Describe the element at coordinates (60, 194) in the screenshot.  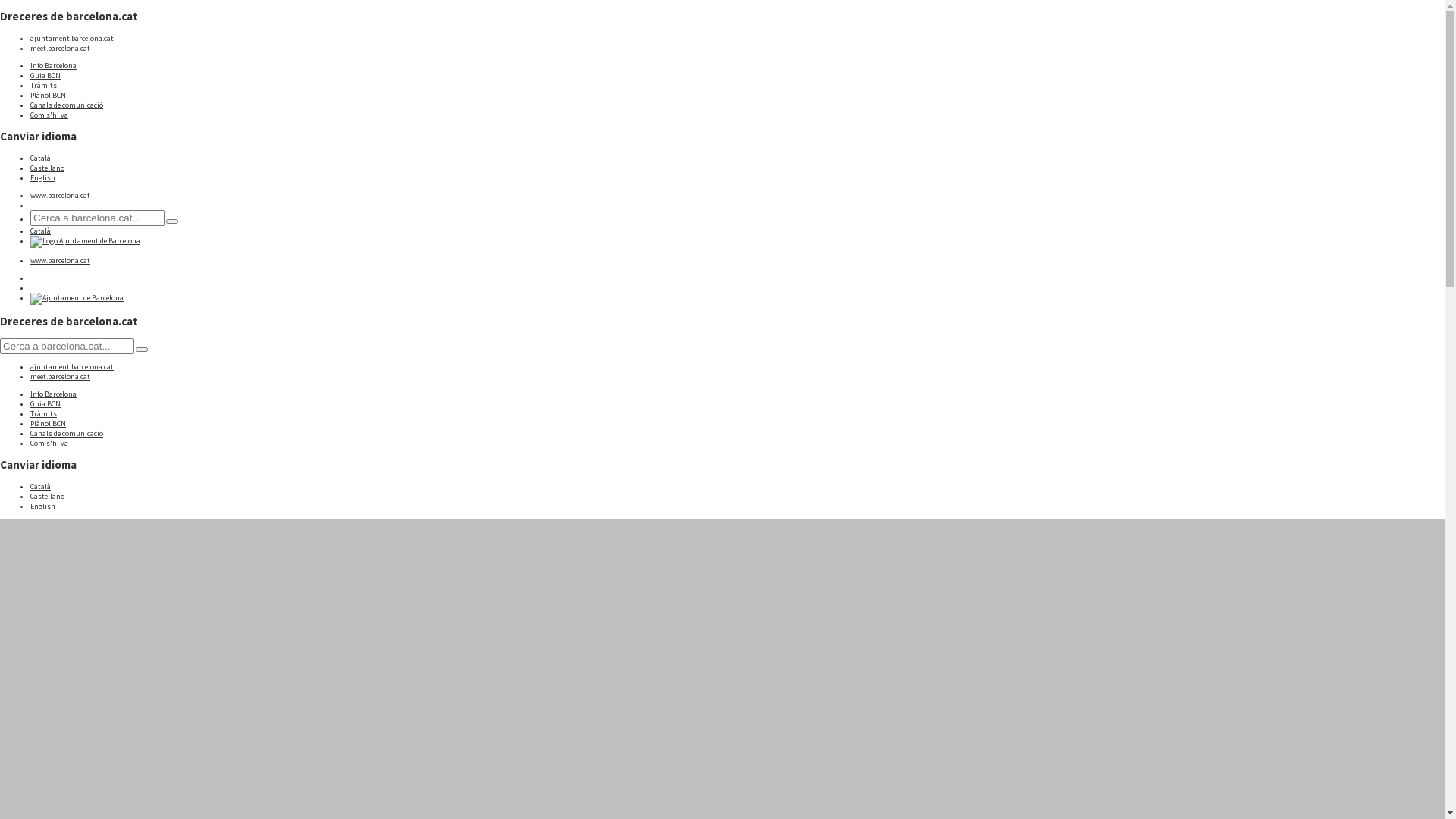
I see `'www.barcelona.cat'` at that location.